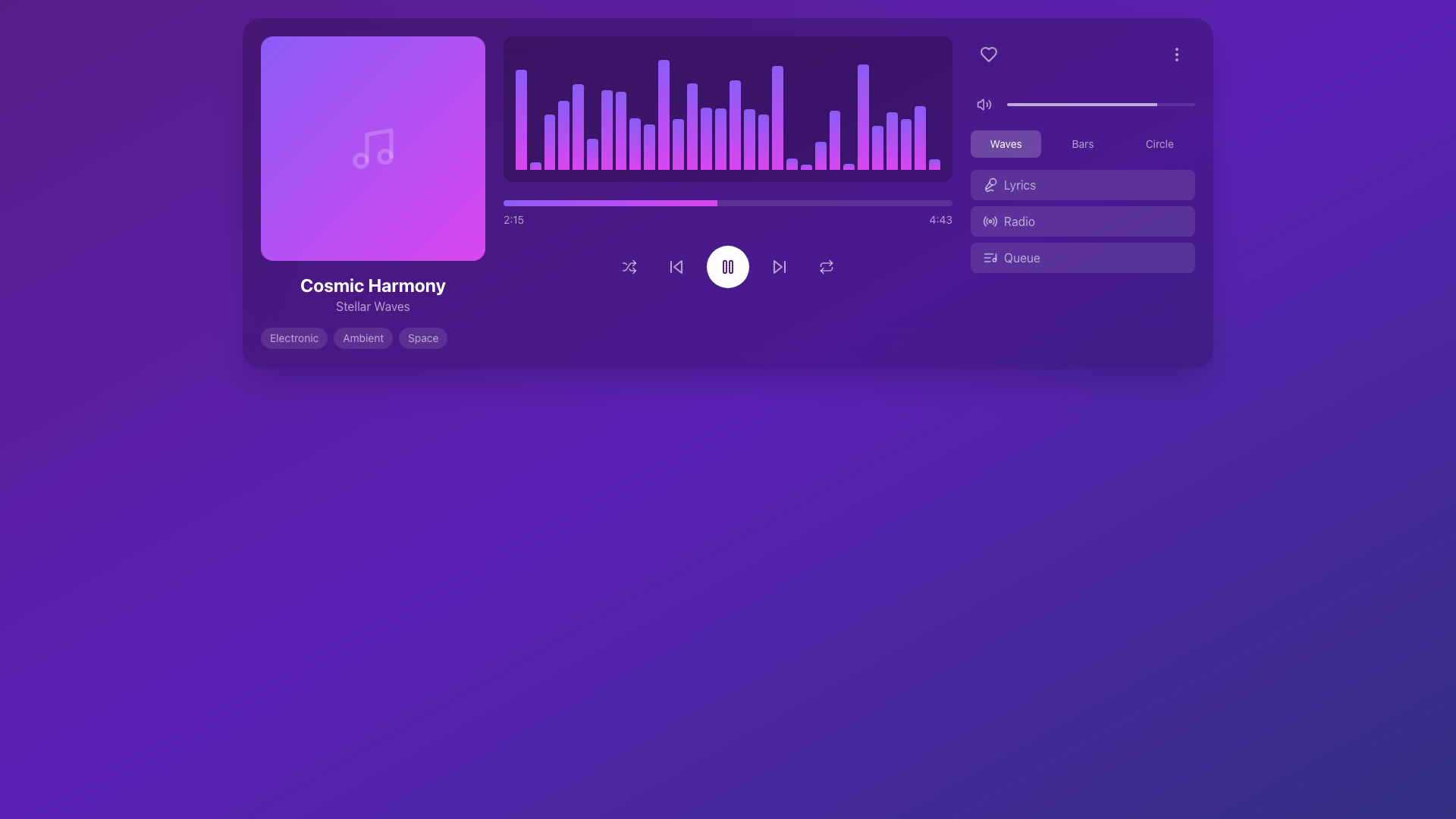  I want to click on the Vertical Ellipsis Icon located in the top-right corner of the interface, so click(1175, 54).